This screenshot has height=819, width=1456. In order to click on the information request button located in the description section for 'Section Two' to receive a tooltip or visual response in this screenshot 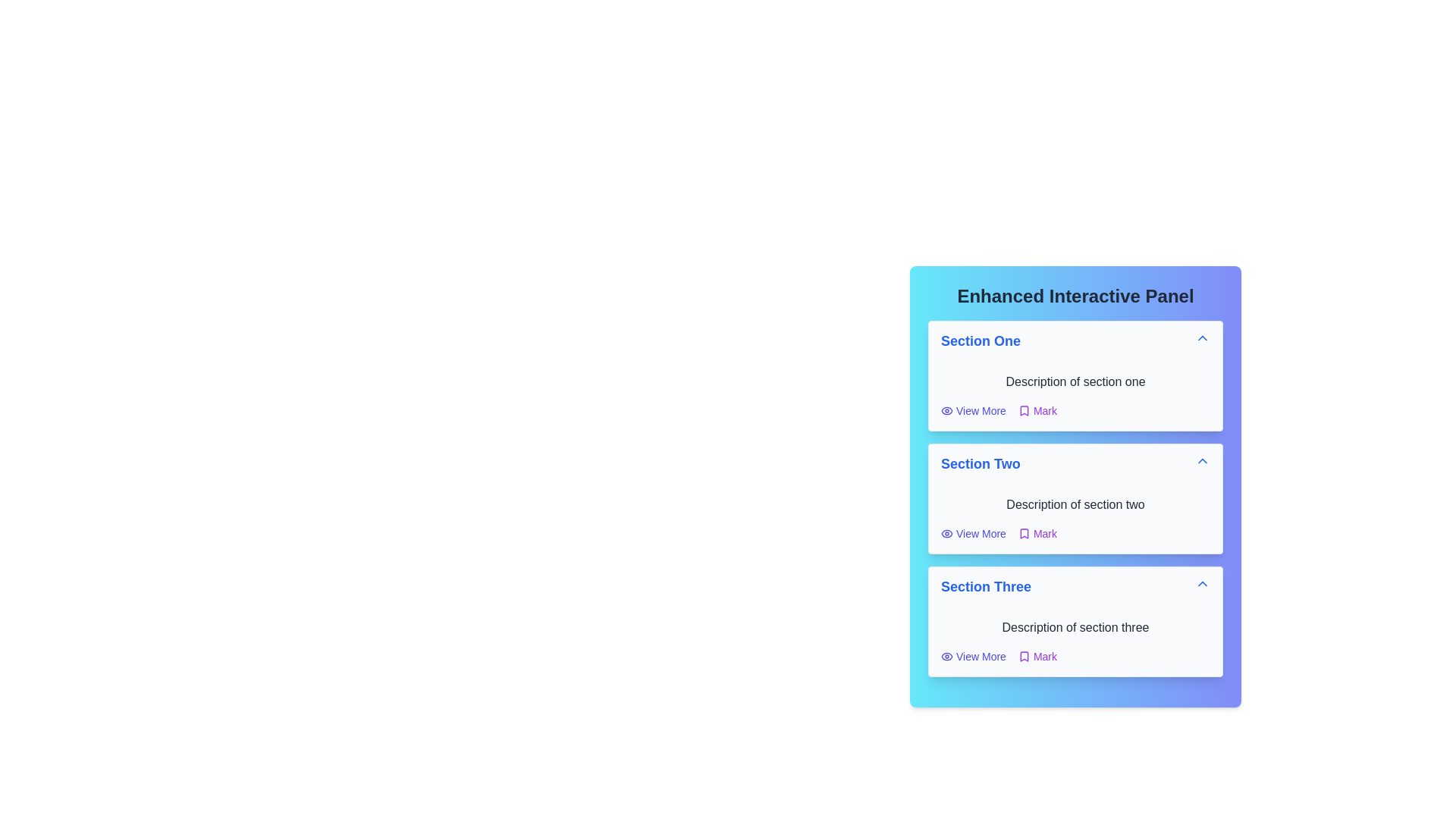, I will do `click(973, 533)`.